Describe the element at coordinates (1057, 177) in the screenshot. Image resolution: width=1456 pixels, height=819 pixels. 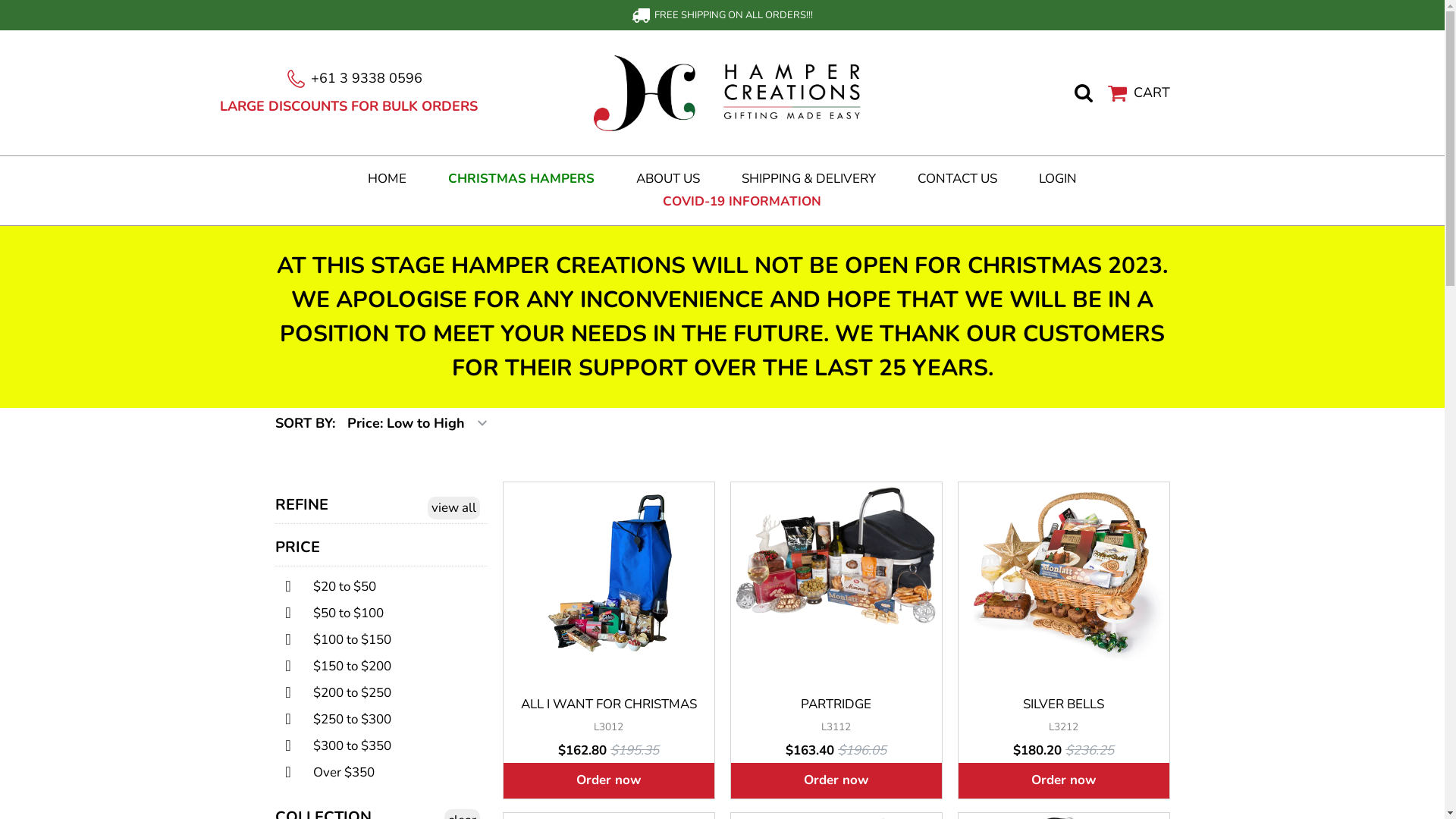
I see `'LOGIN'` at that location.